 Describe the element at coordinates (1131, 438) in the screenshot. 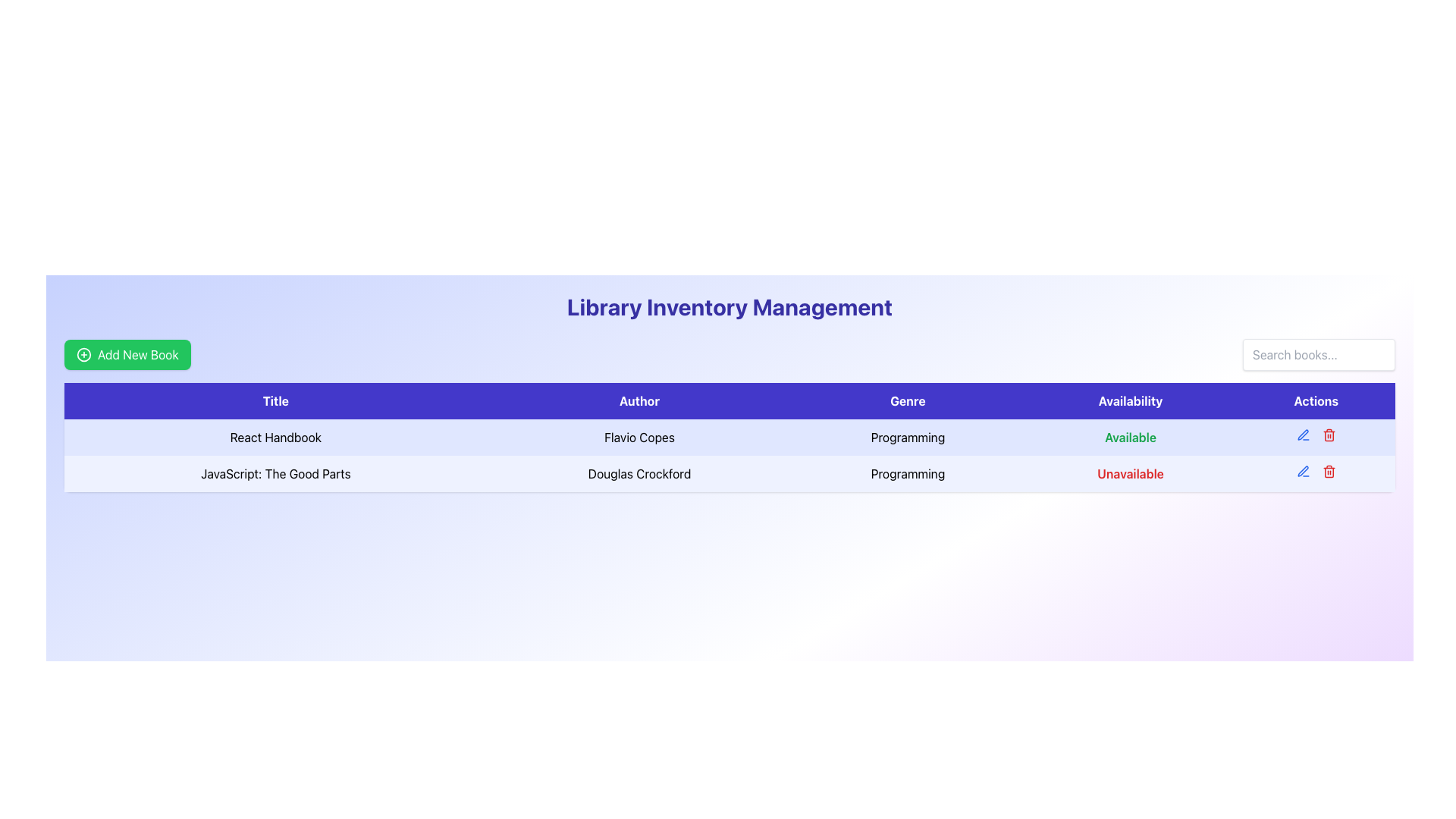

I see `the 'Available' text label in the 'Availability' column of the data table for the 'React Handbook' book entry` at that location.